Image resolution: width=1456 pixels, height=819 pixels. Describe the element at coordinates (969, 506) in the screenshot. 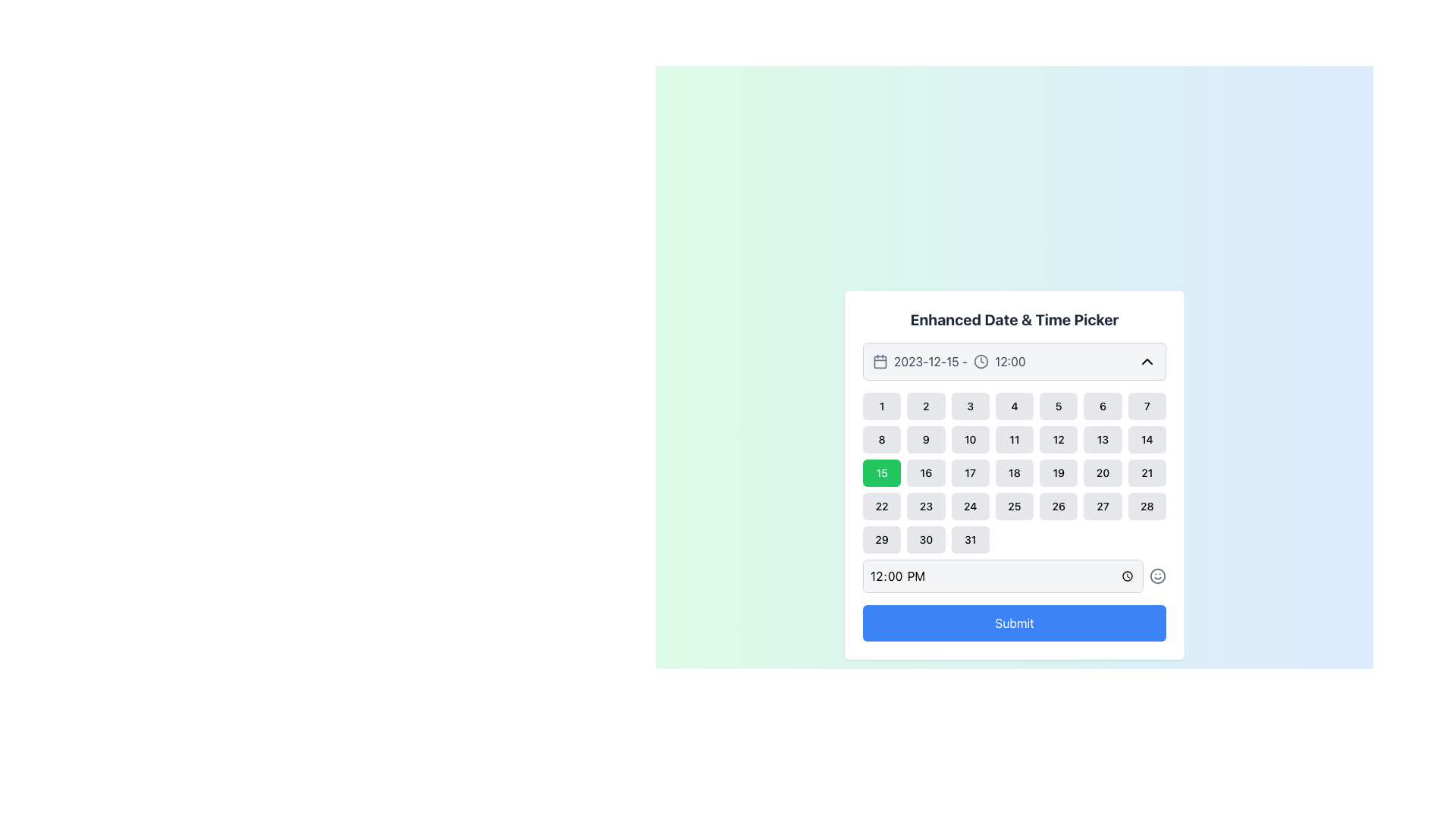

I see `the button representing the selectable calendar date '24' in the date picker UI` at that location.